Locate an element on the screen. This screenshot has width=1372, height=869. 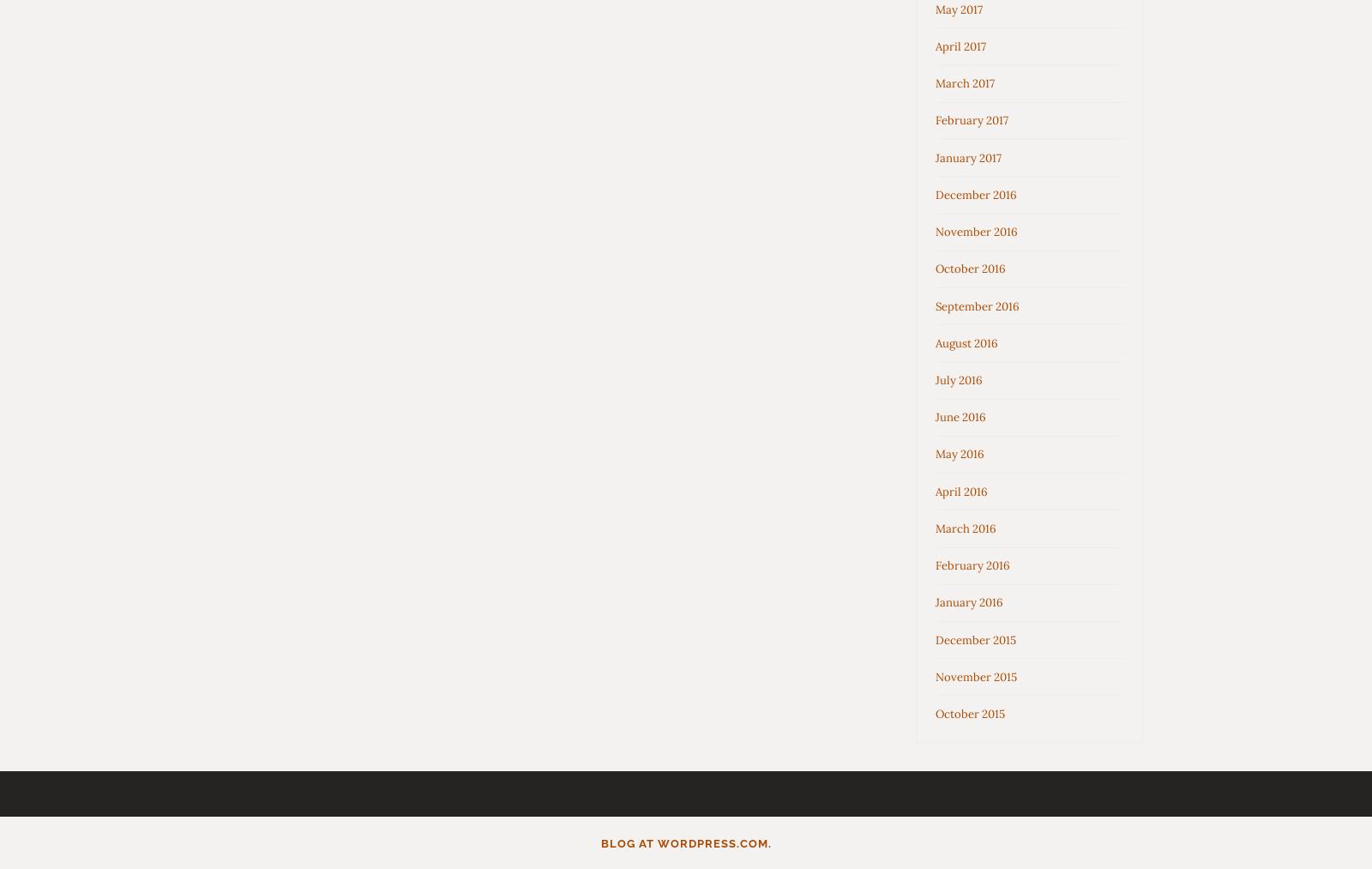
'December 2015' is located at coordinates (975, 639).